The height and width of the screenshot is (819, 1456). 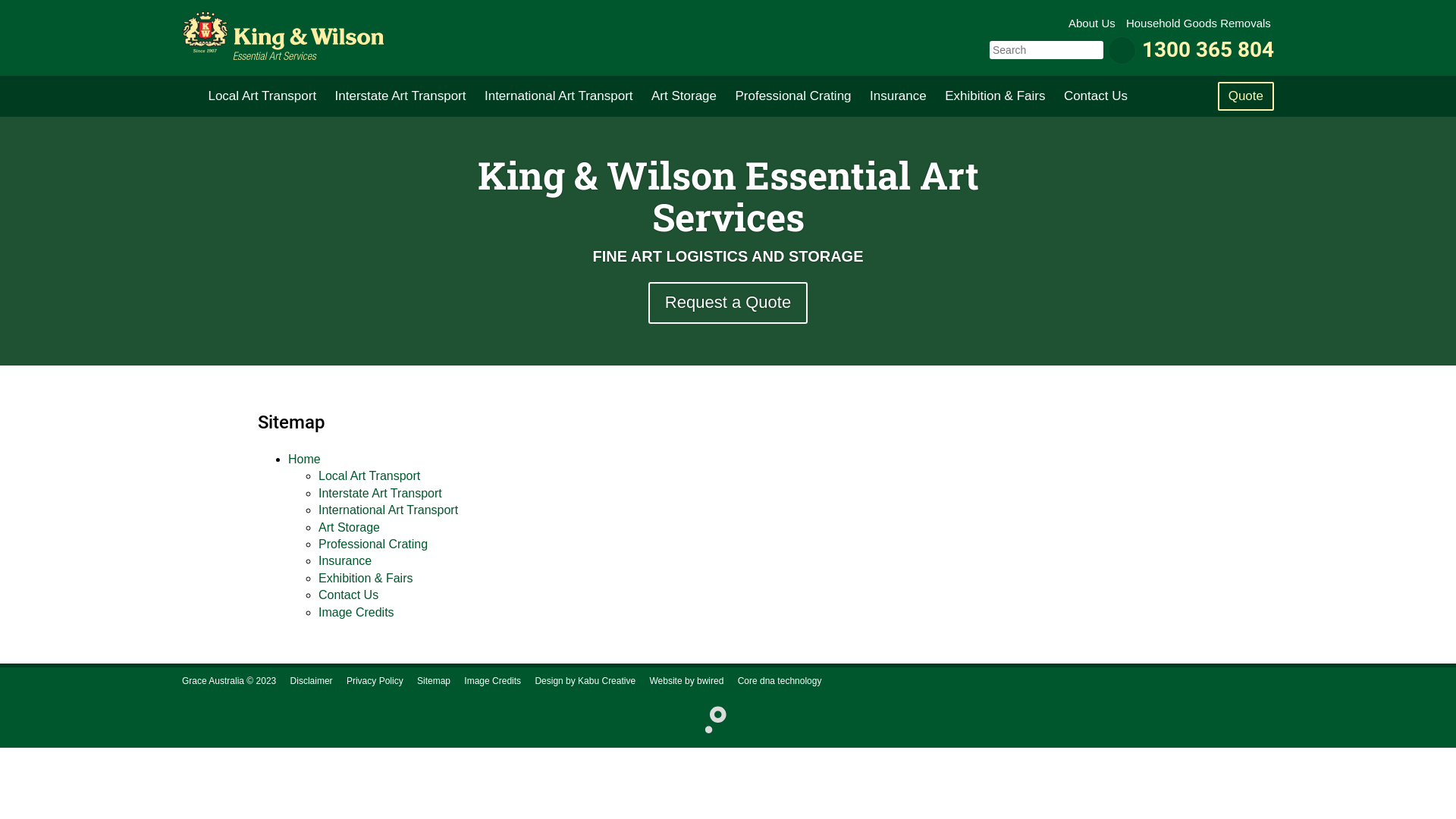 What do you see at coordinates (492, 680) in the screenshot?
I see `'Image Credits'` at bounding box center [492, 680].